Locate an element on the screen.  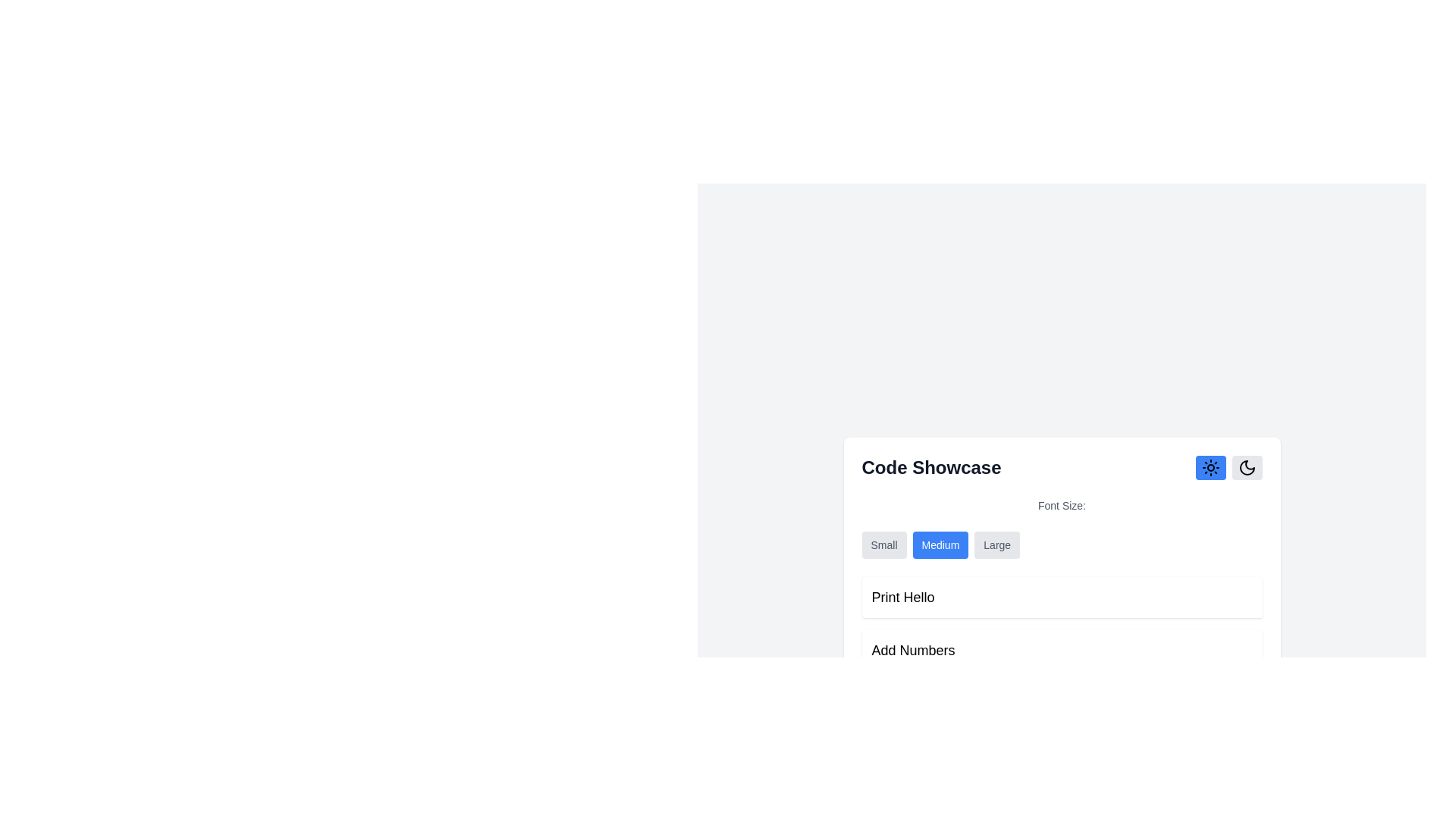
the interactive button that displays 'Hello' and is the first in a vertical group of buttons, located in the center-right section of the interface is located at coordinates (1061, 596).